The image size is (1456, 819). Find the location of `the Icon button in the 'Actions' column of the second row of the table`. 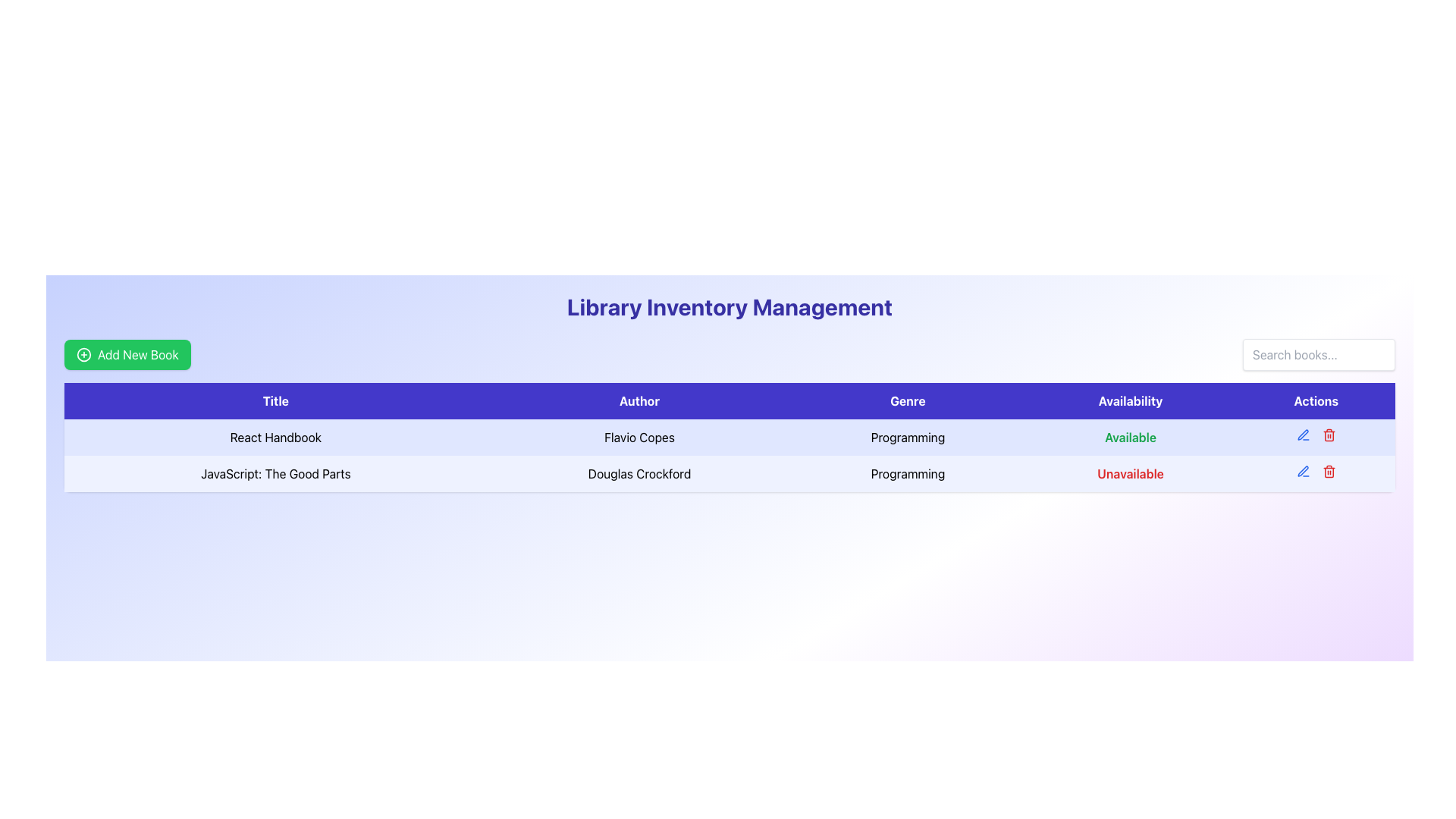

the Icon button in the 'Actions' column of the second row of the table is located at coordinates (1328, 435).